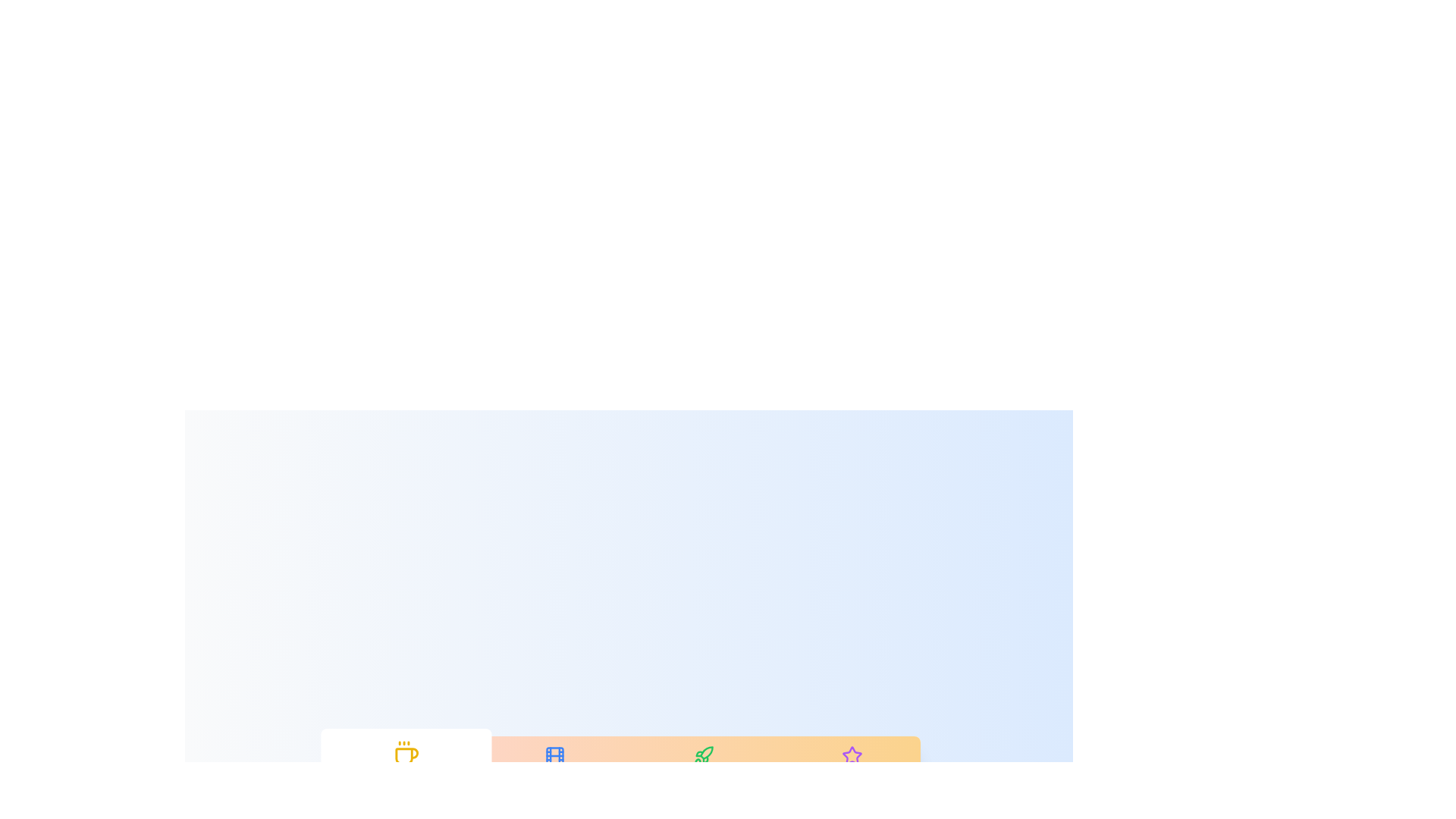  I want to click on the tab labeled Movies to select it, so click(554, 766).